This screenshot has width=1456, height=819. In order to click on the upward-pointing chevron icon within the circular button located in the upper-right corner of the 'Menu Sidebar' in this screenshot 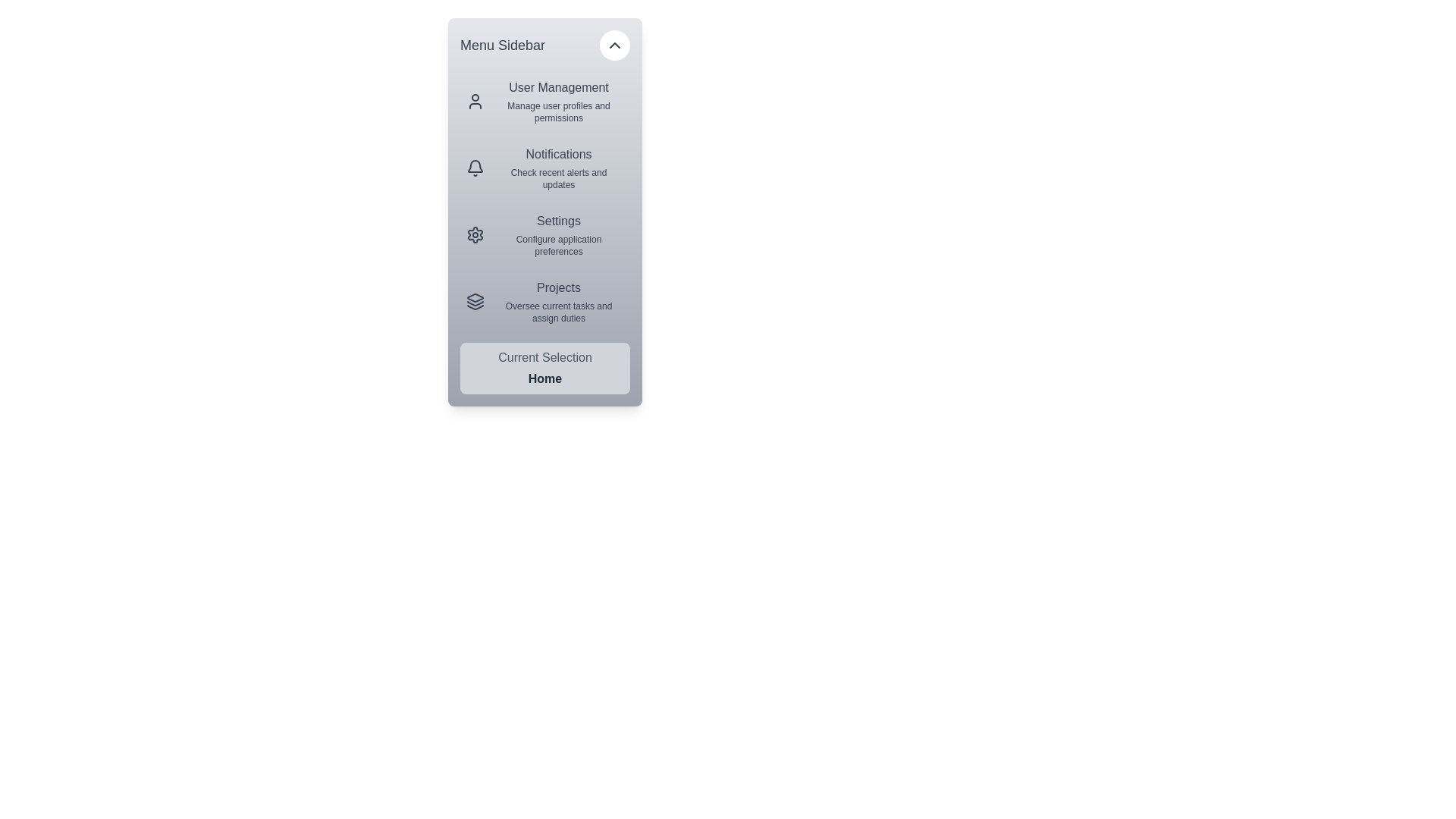, I will do `click(615, 45)`.